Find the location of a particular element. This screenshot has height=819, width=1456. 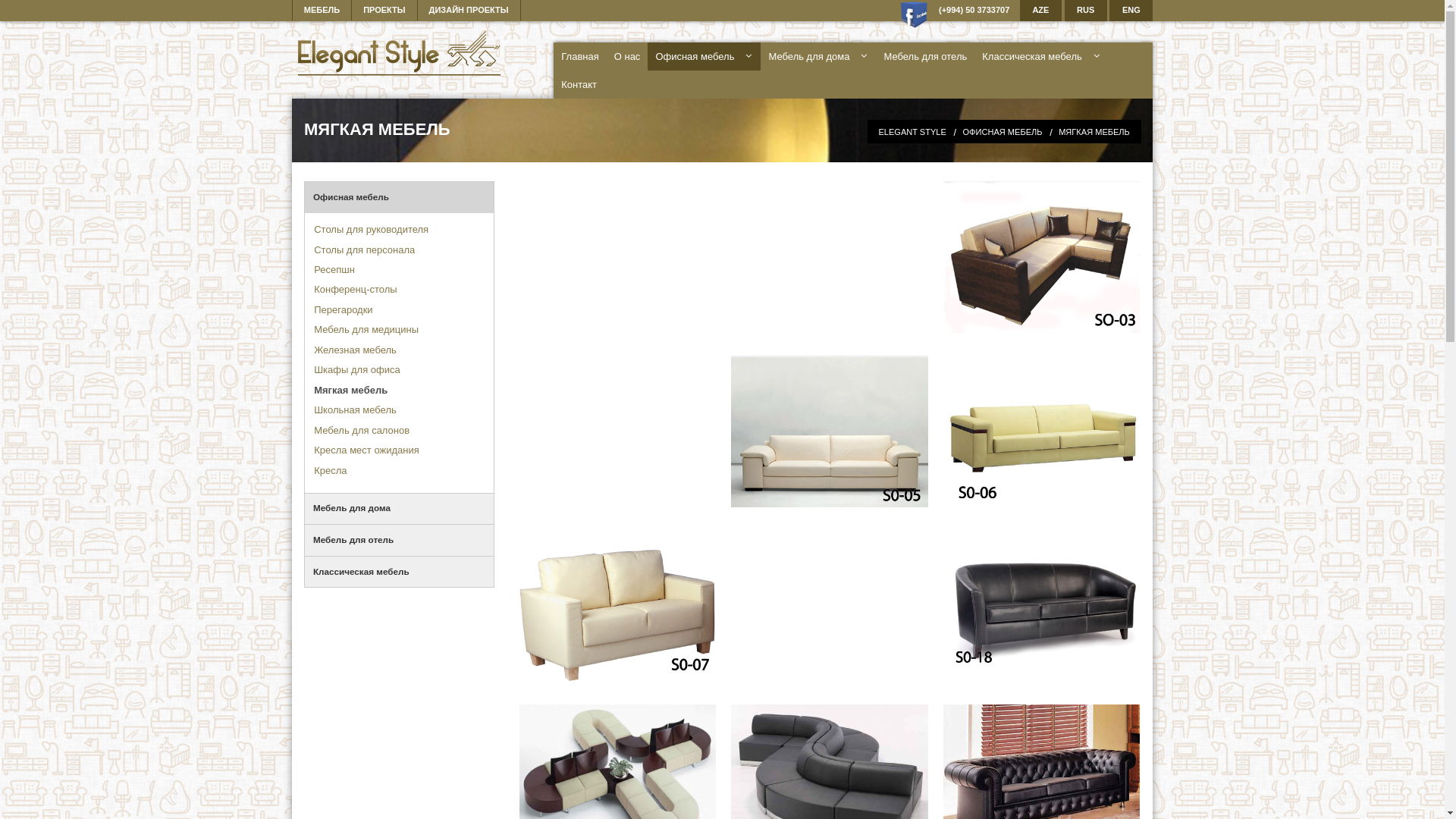

'RUS' is located at coordinates (1084, 11).